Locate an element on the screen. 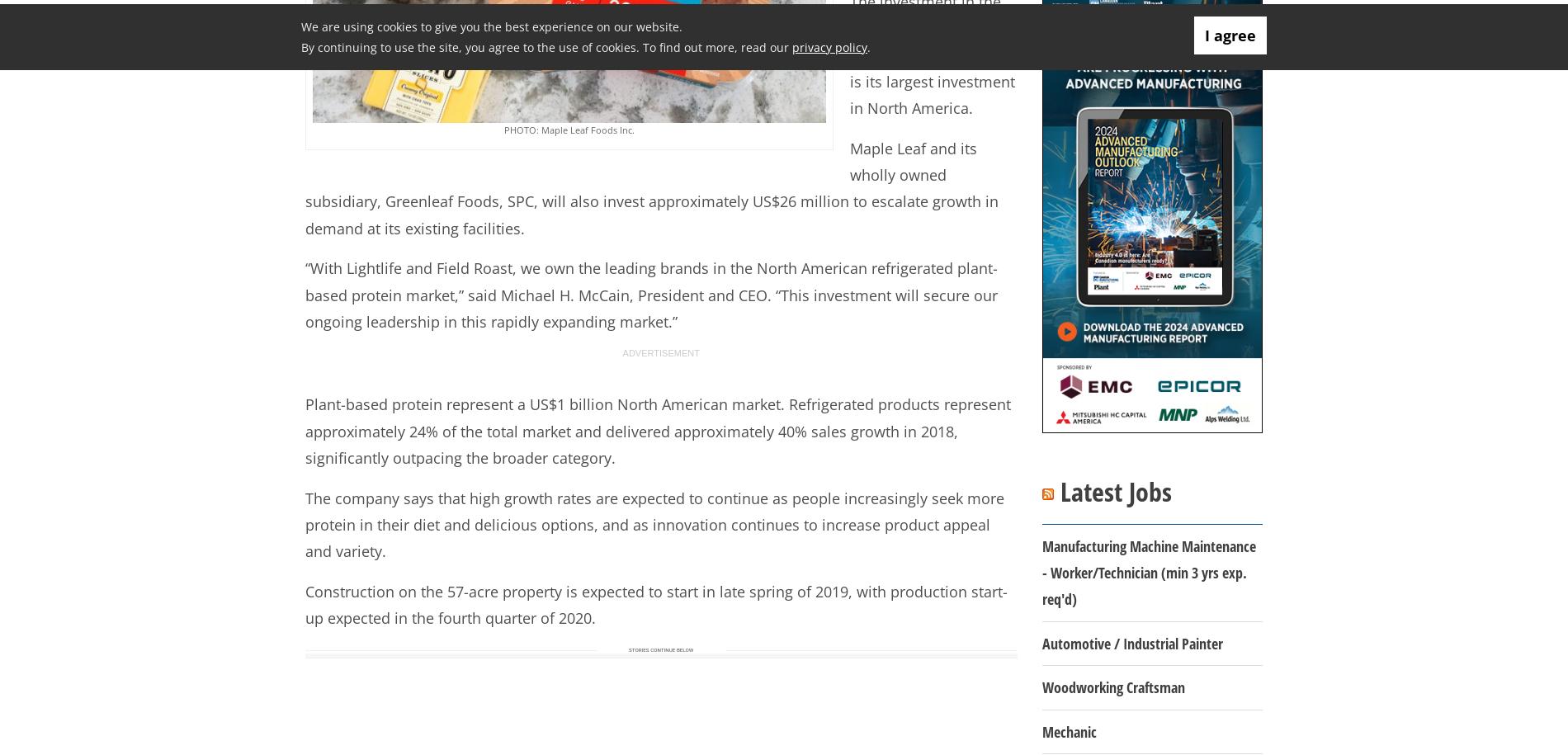  'Stories continue below' is located at coordinates (628, 649).